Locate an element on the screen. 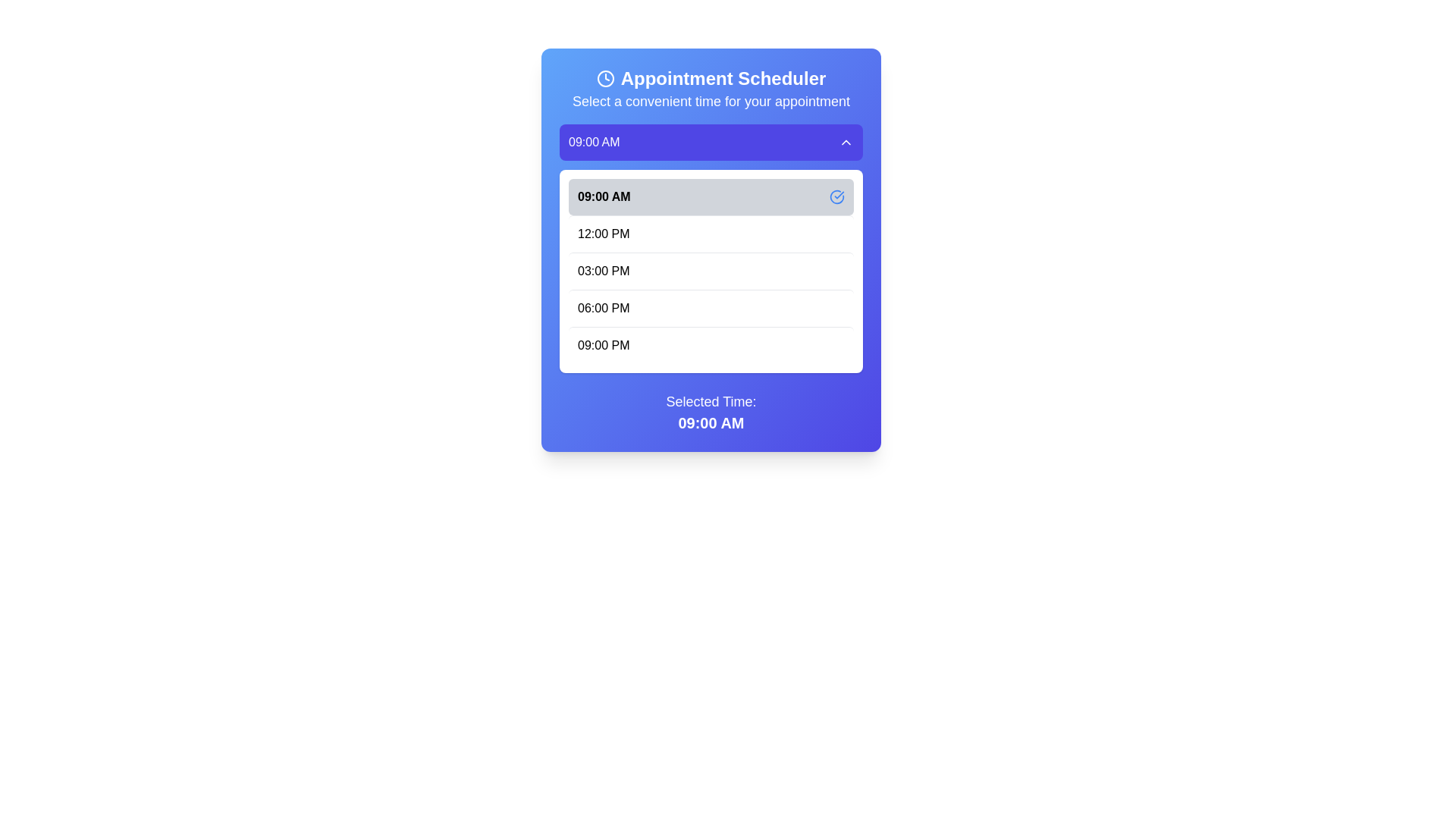 Image resolution: width=1456 pixels, height=819 pixels. the heading element that serves as the title of the interface, located at the top of the box above the subtitle 'Select a convenient time for your appointment' is located at coordinates (710, 79).